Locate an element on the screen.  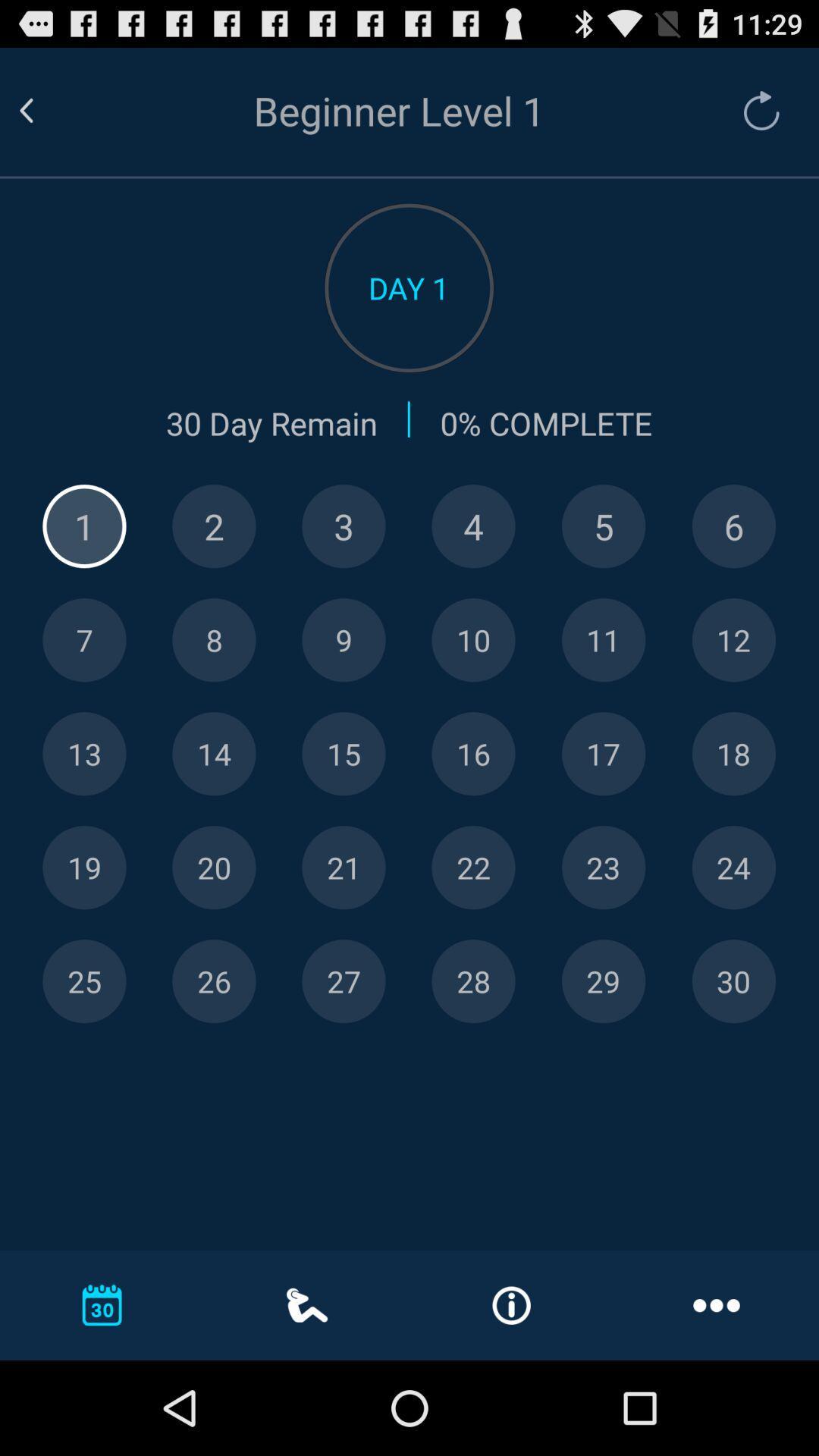
level 8 is located at coordinates (214, 640).